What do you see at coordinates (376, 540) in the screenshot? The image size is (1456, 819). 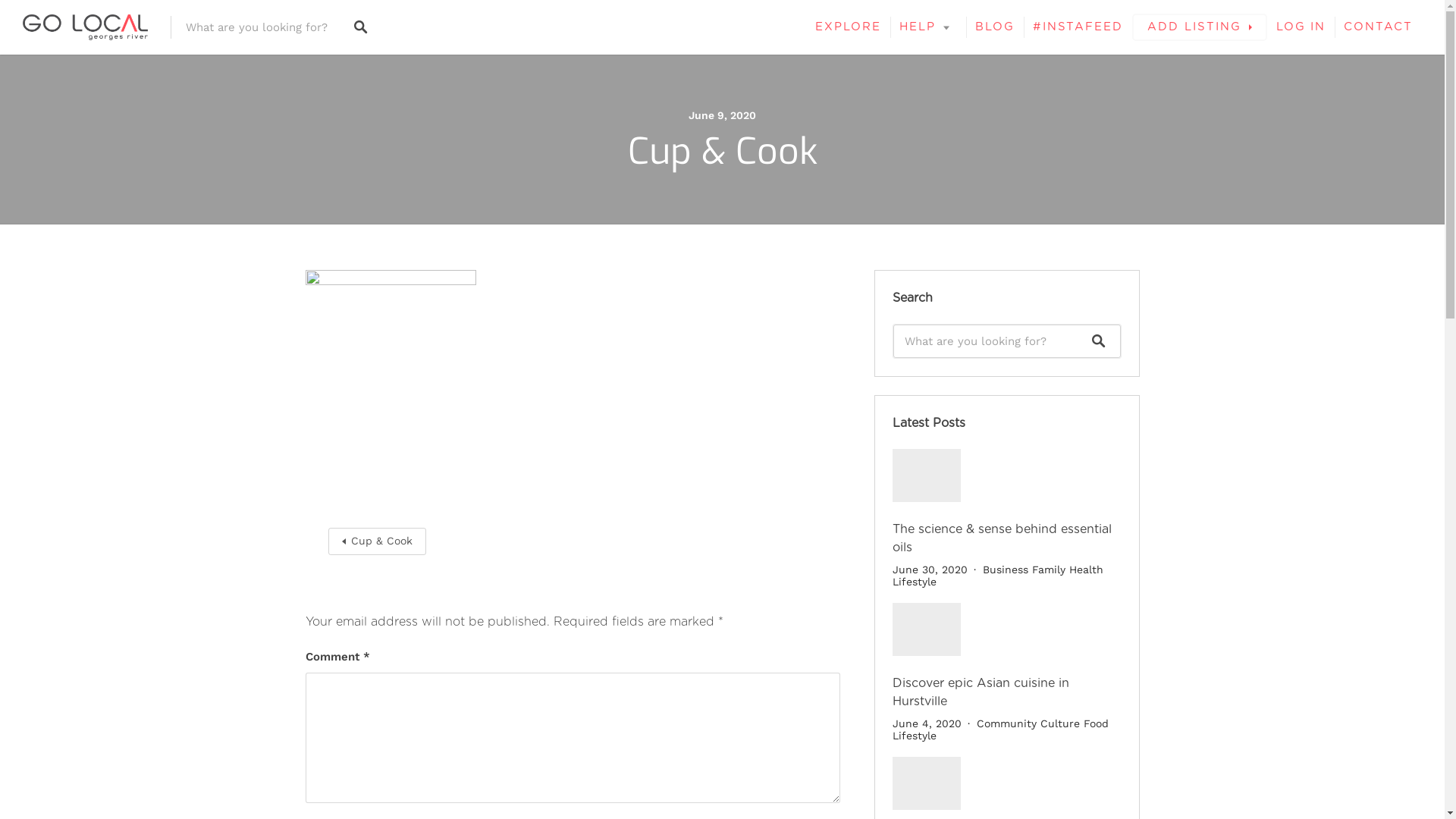 I see `'Cup & Cook'` at bounding box center [376, 540].